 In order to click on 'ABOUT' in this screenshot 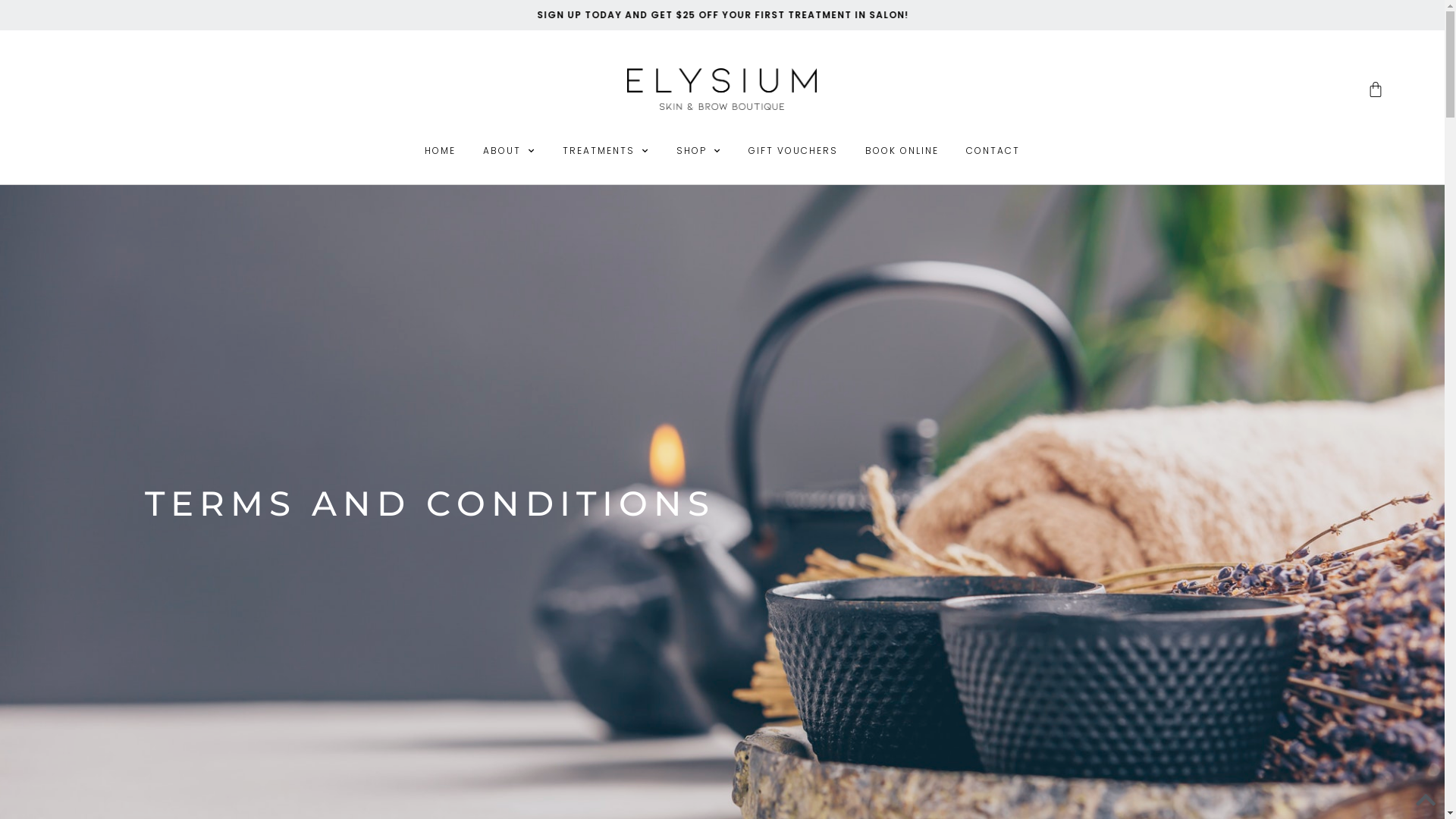, I will do `click(509, 151)`.